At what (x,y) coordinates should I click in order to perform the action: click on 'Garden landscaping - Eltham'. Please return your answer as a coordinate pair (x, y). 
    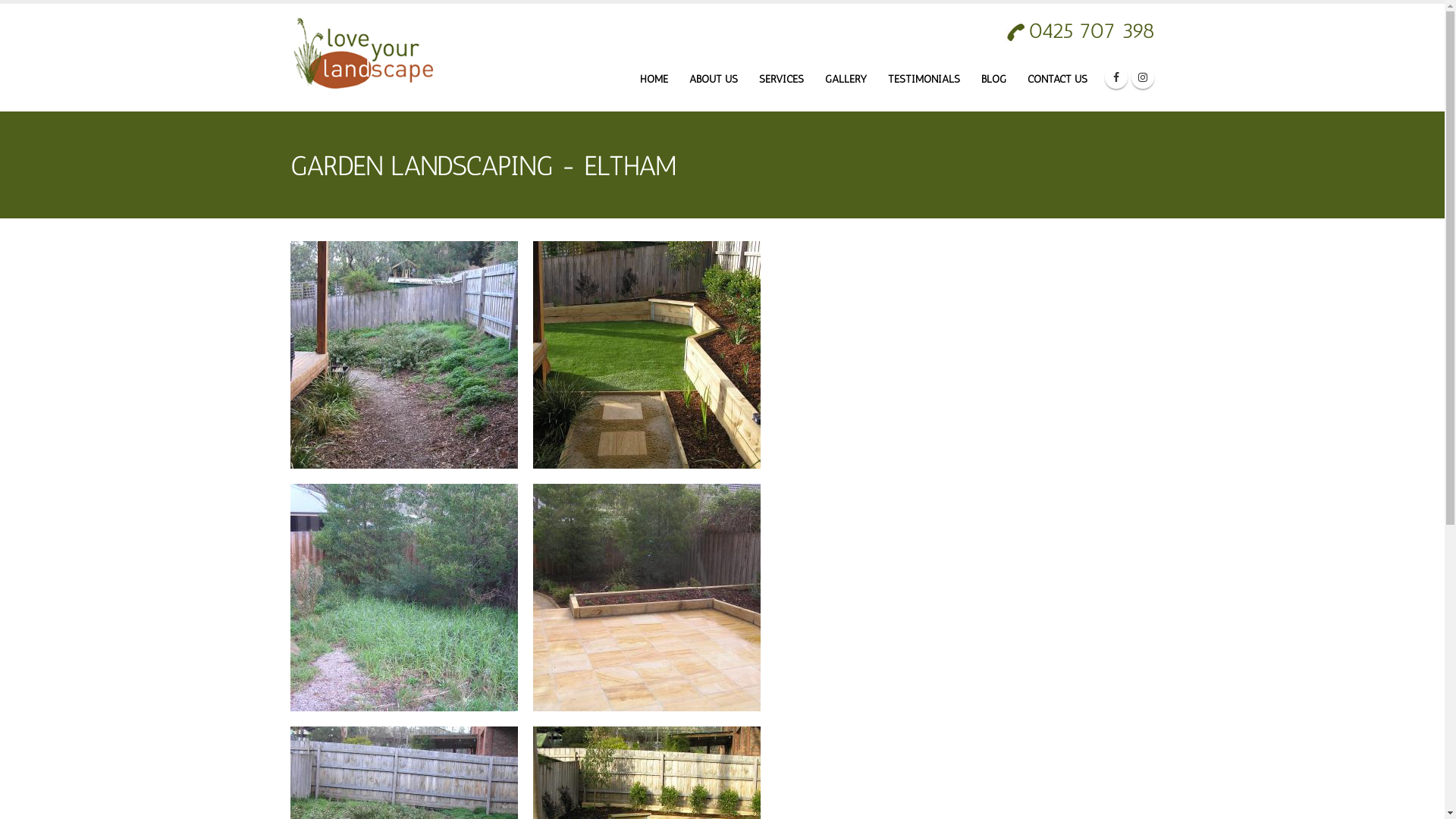
    Looking at the image, I should click on (403, 595).